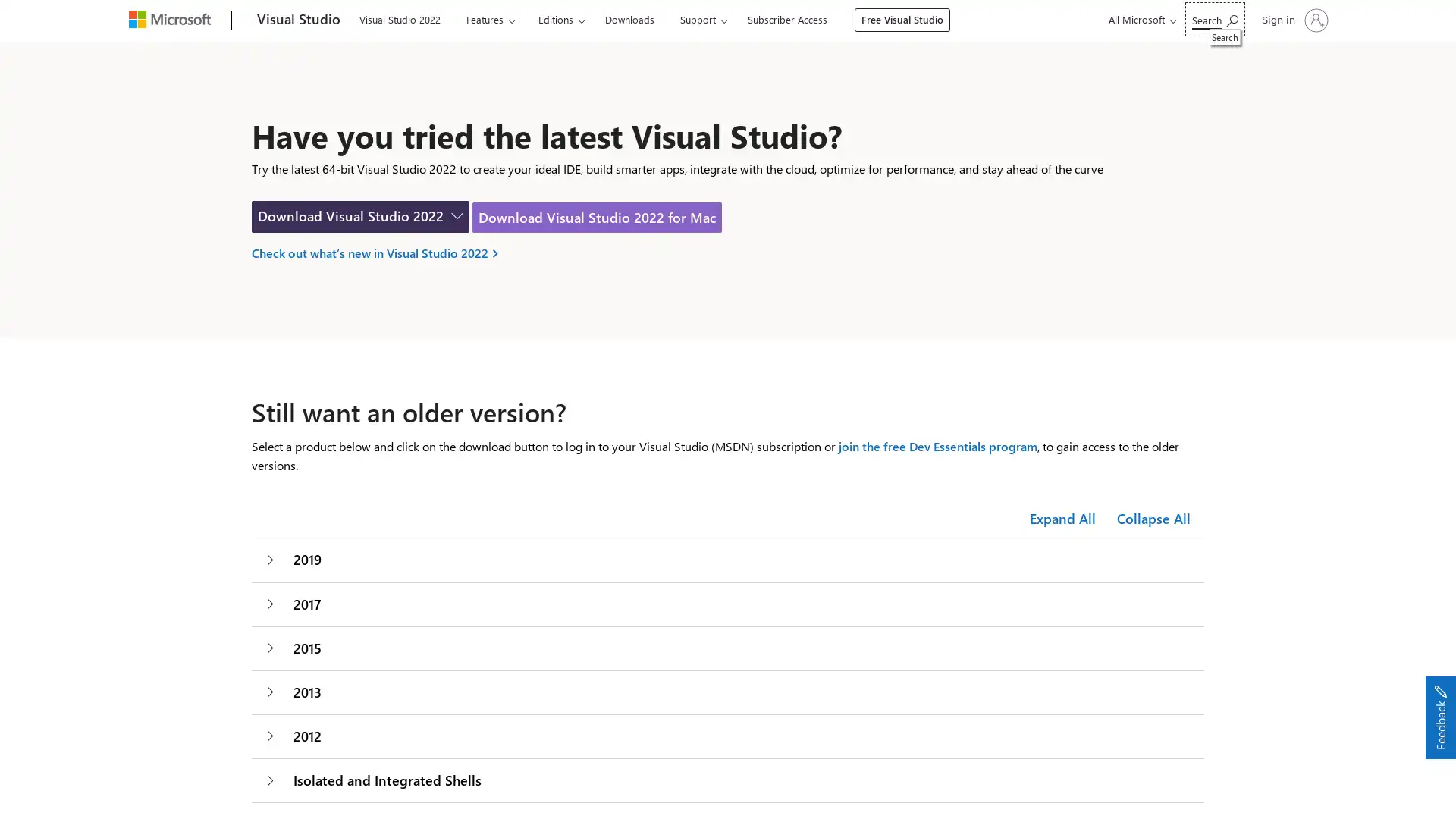  What do you see at coordinates (1062, 517) in the screenshot?
I see `Expand All` at bounding box center [1062, 517].